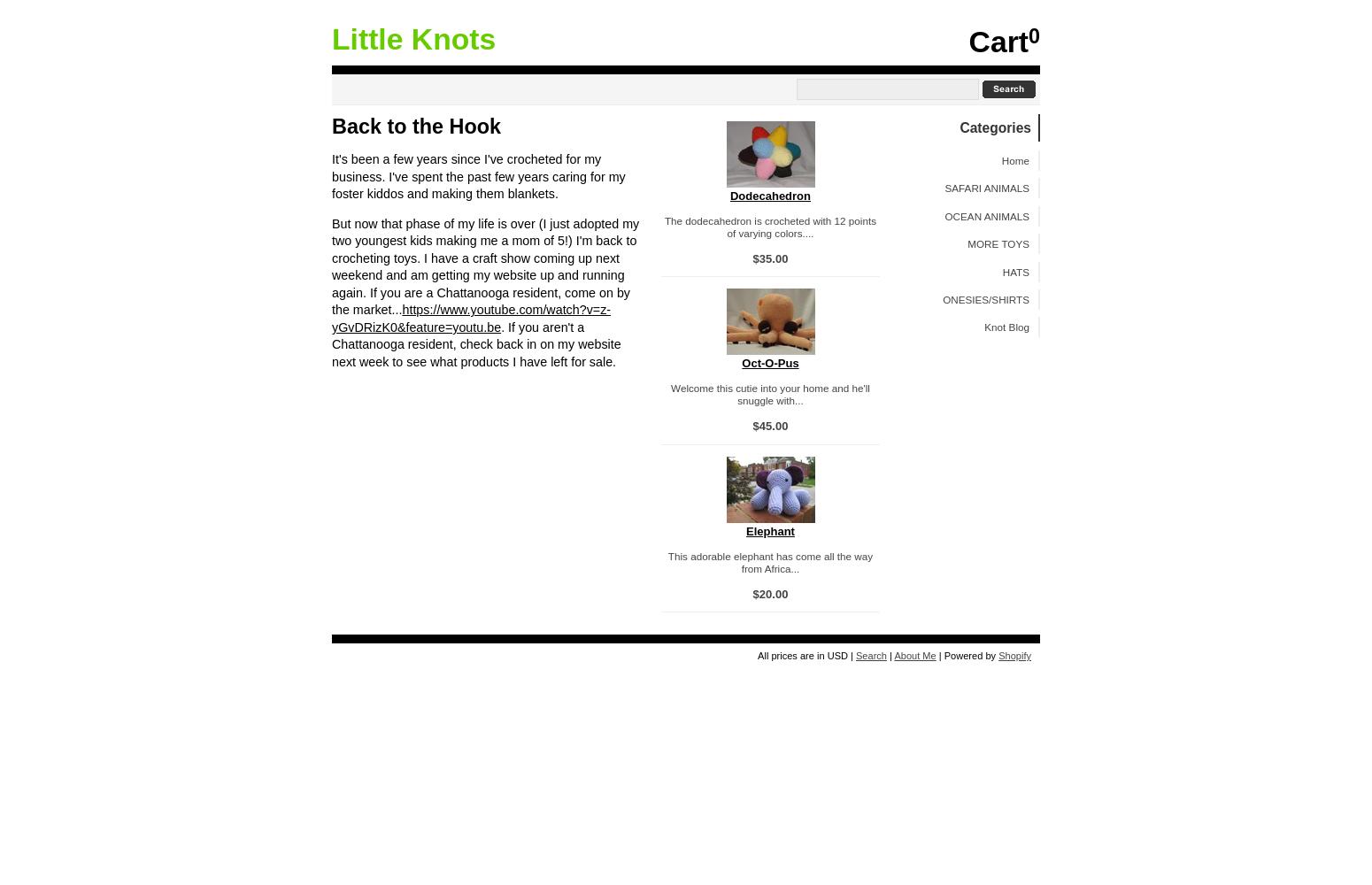 The height and width of the screenshot is (885, 1372). What do you see at coordinates (984, 297) in the screenshot?
I see `'ONESIES/SHIRTS'` at bounding box center [984, 297].